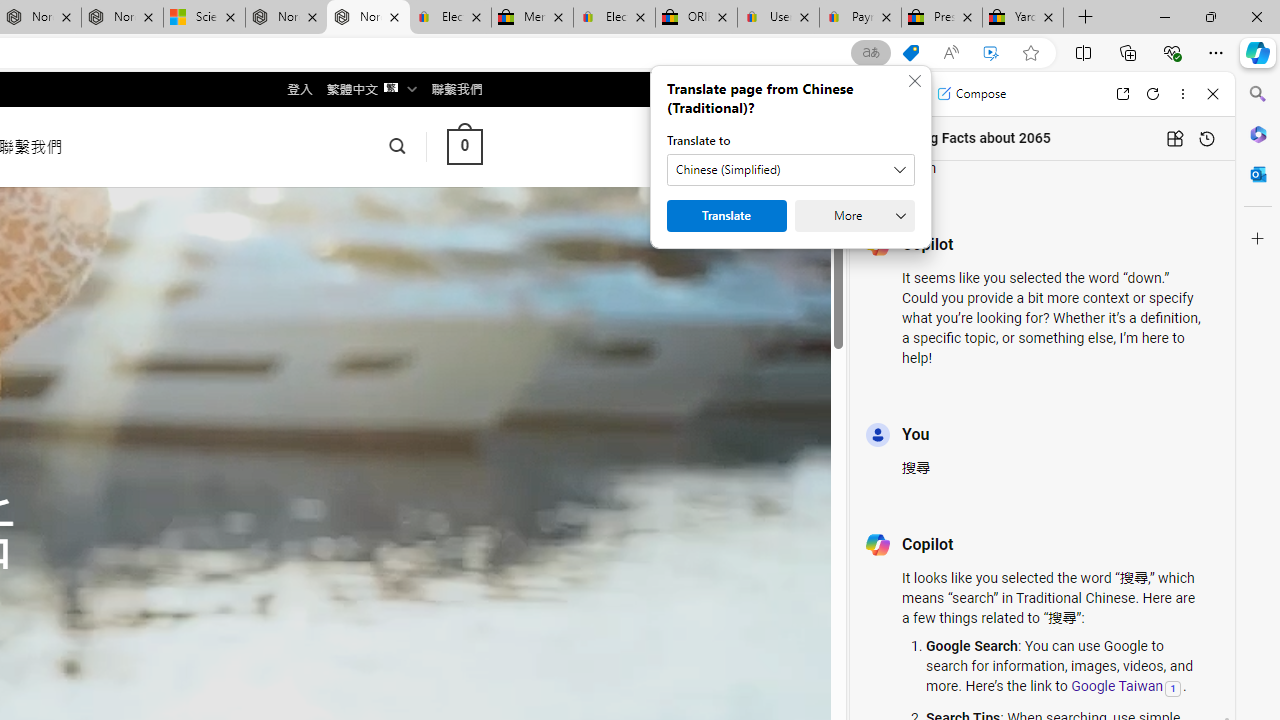 The height and width of the screenshot is (720, 1280). Describe the element at coordinates (726, 216) in the screenshot. I see `'Translate'` at that location.